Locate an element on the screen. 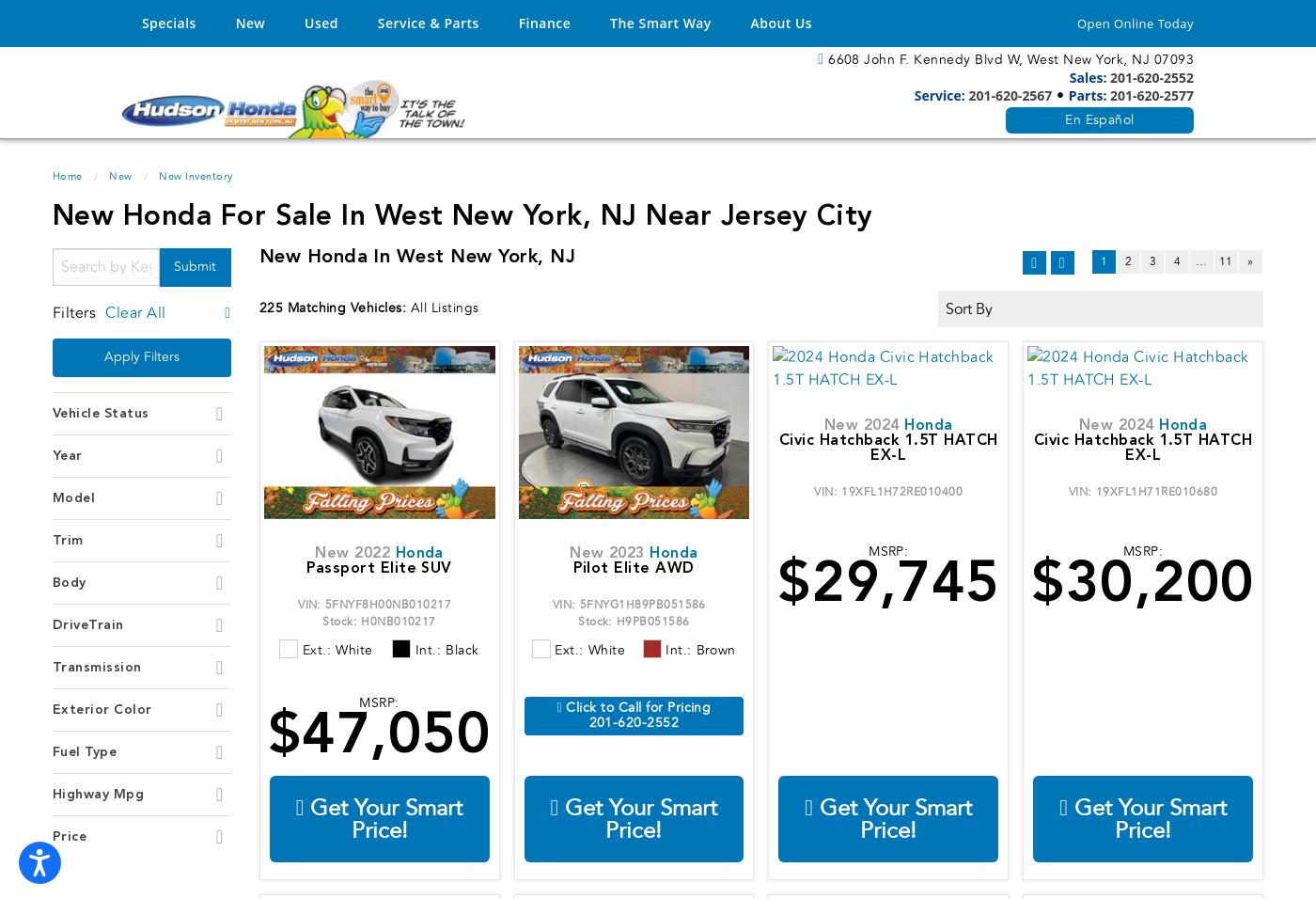 The height and width of the screenshot is (899, 1316). 'Finance' is located at coordinates (544, 22).